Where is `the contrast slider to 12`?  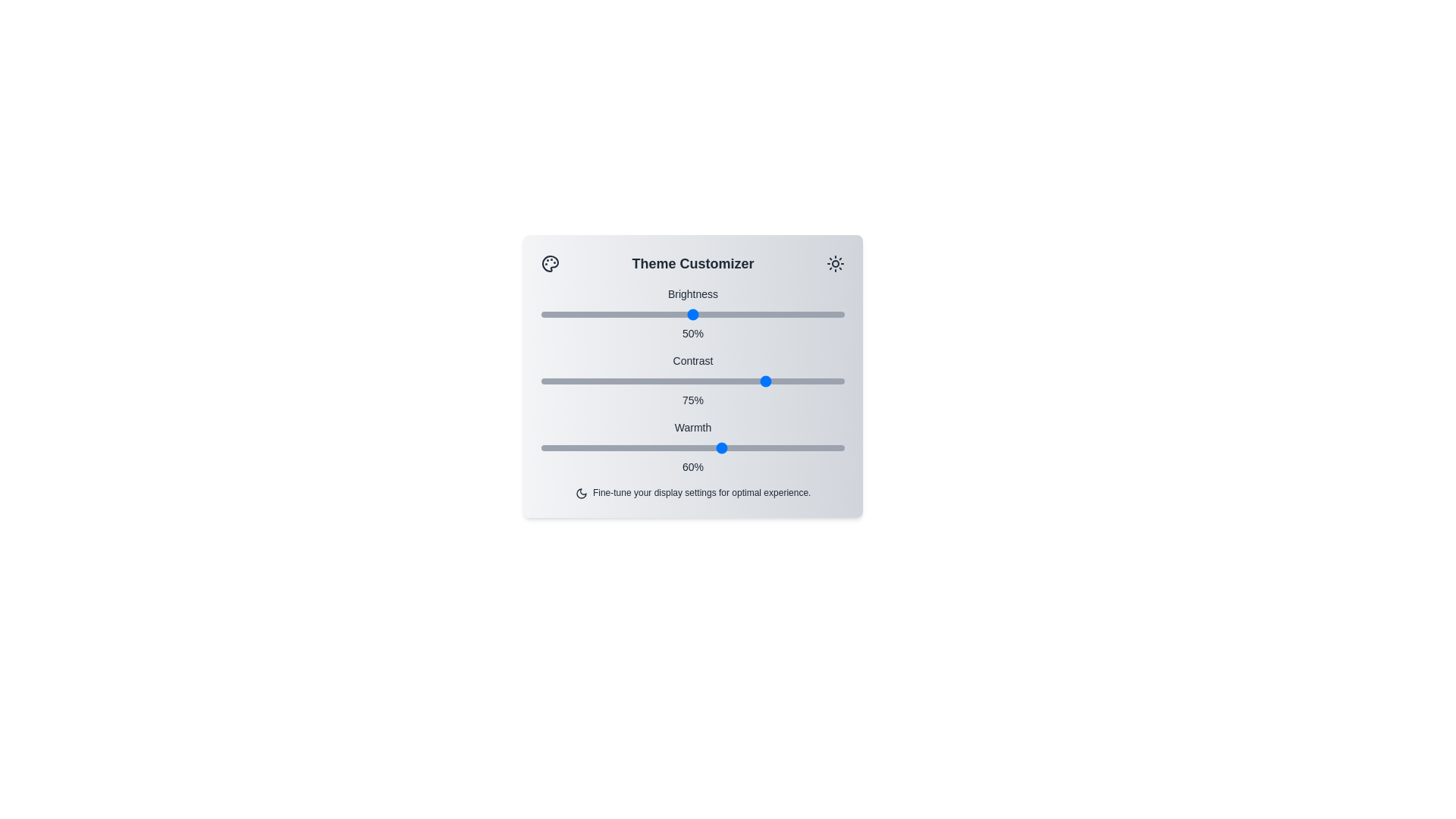
the contrast slider to 12 is located at coordinates (577, 380).